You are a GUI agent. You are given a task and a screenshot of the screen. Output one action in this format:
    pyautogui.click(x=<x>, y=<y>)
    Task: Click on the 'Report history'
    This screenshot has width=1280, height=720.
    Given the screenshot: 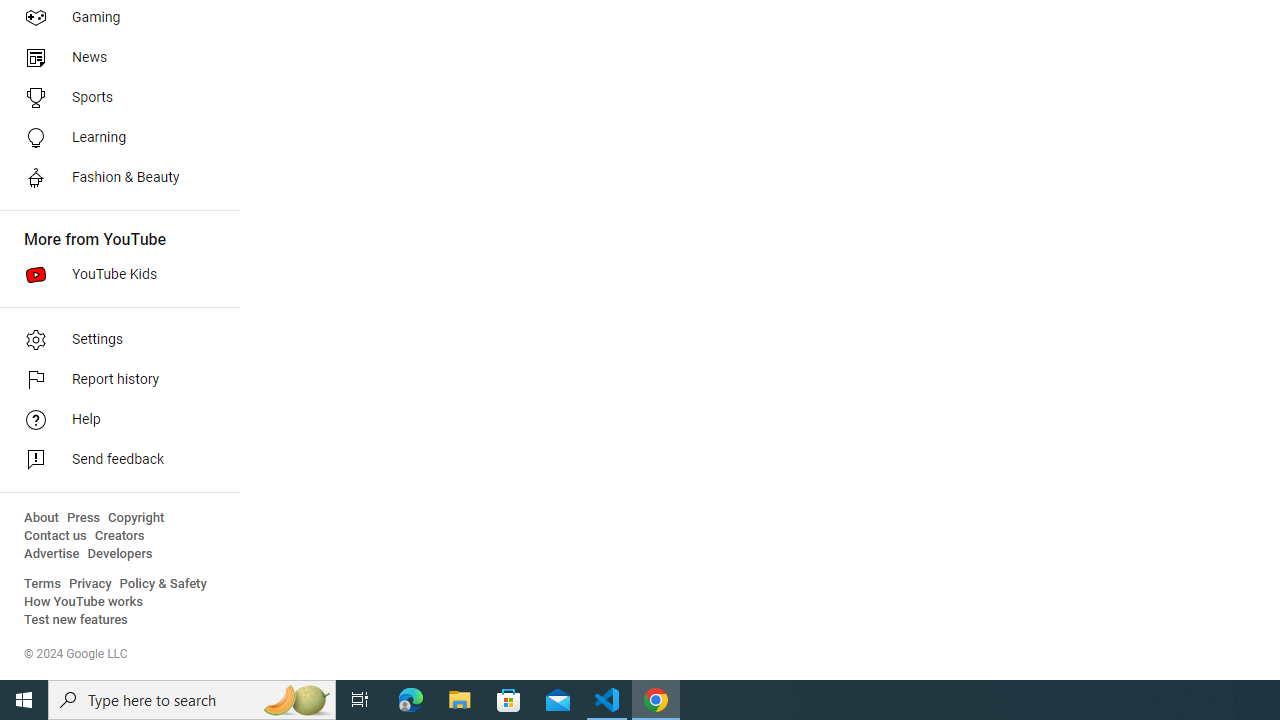 What is the action you would take?
    pyautogui.click(x=112, y=380)
    